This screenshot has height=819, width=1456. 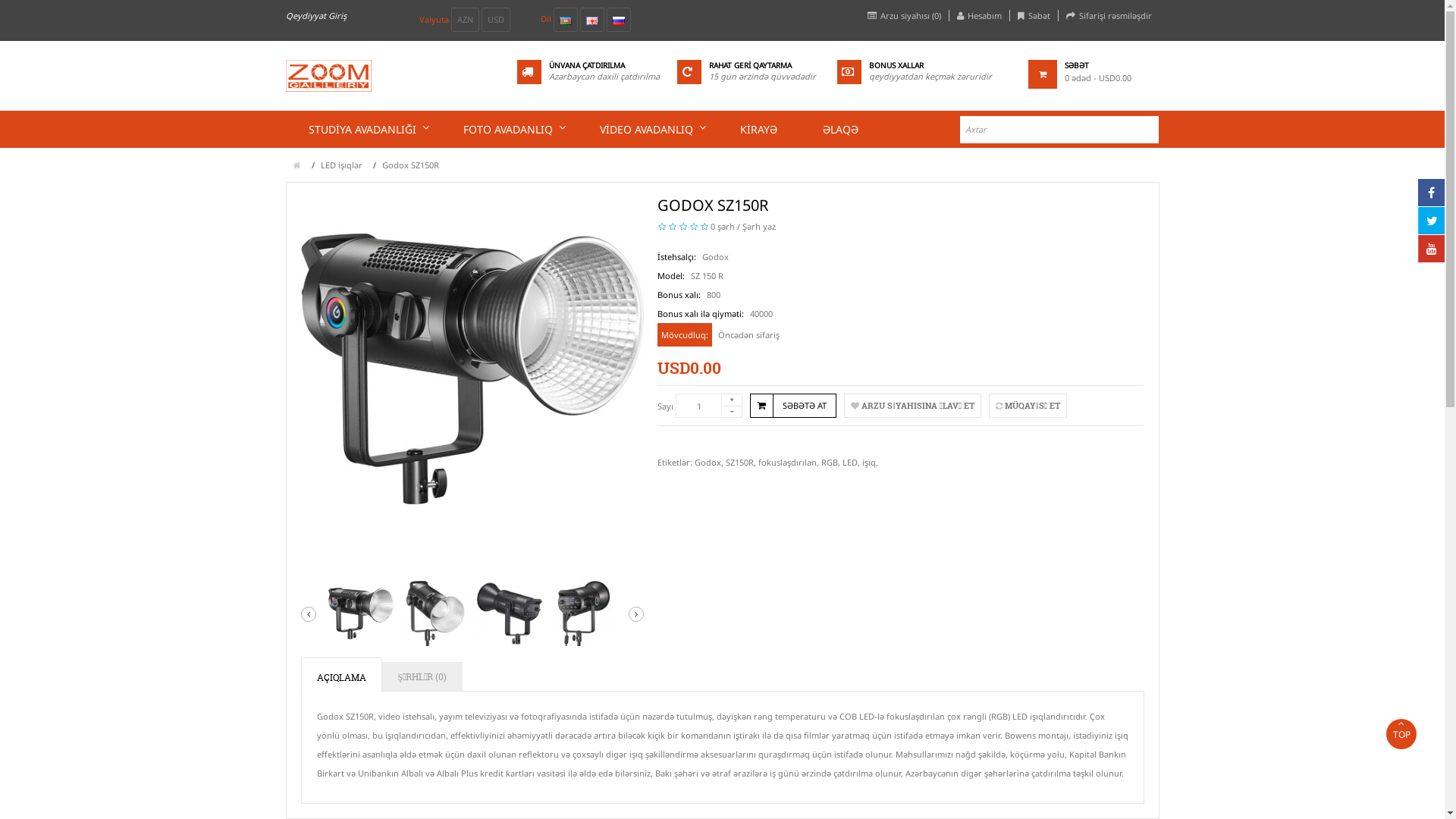 I want to click on 'SZ150R', so click(x=724, y=461).